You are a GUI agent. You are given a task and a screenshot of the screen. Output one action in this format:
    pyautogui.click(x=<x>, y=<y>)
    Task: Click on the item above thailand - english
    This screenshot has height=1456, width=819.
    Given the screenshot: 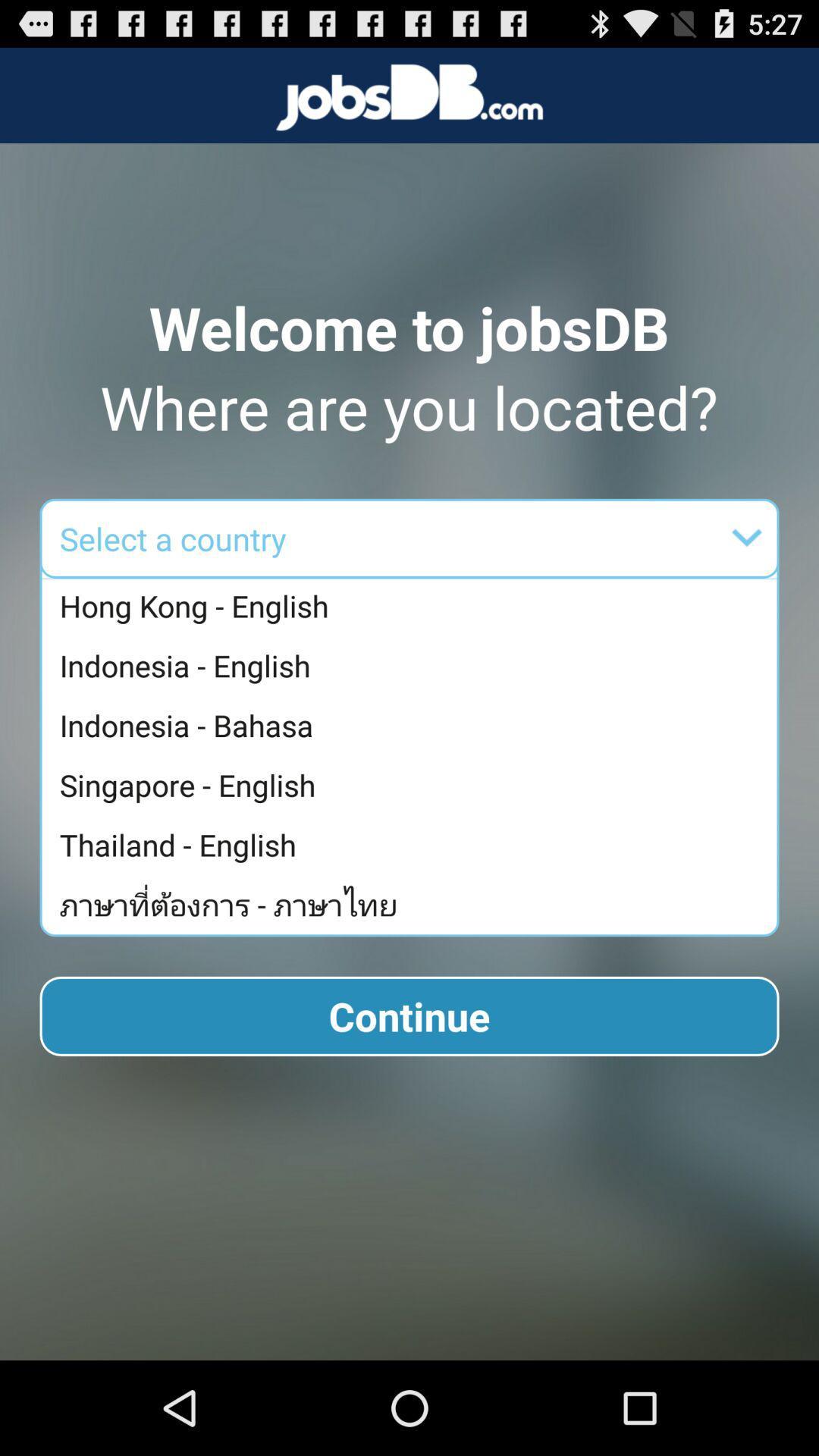 What is the action you would take?
    pyautogui.click(x=413, y=785)
    